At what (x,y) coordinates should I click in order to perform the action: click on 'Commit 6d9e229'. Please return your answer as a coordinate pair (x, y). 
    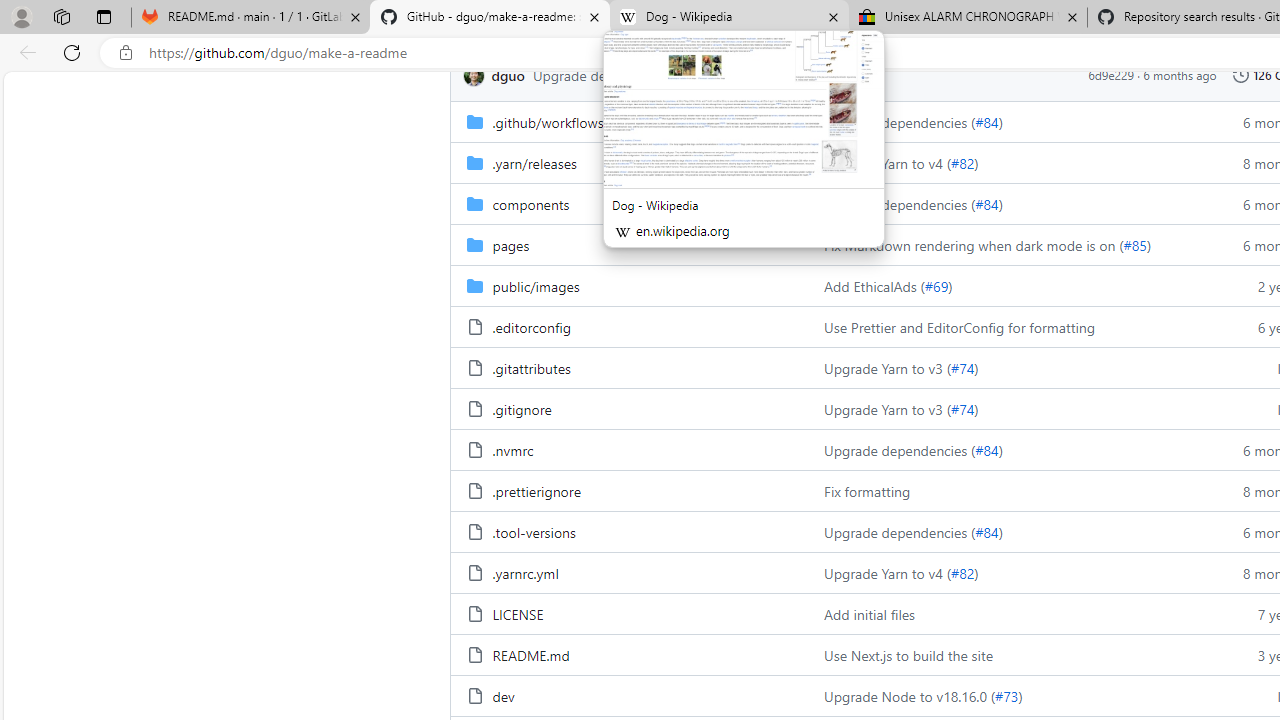
    Looking at the image, I should click on (1110, 74).